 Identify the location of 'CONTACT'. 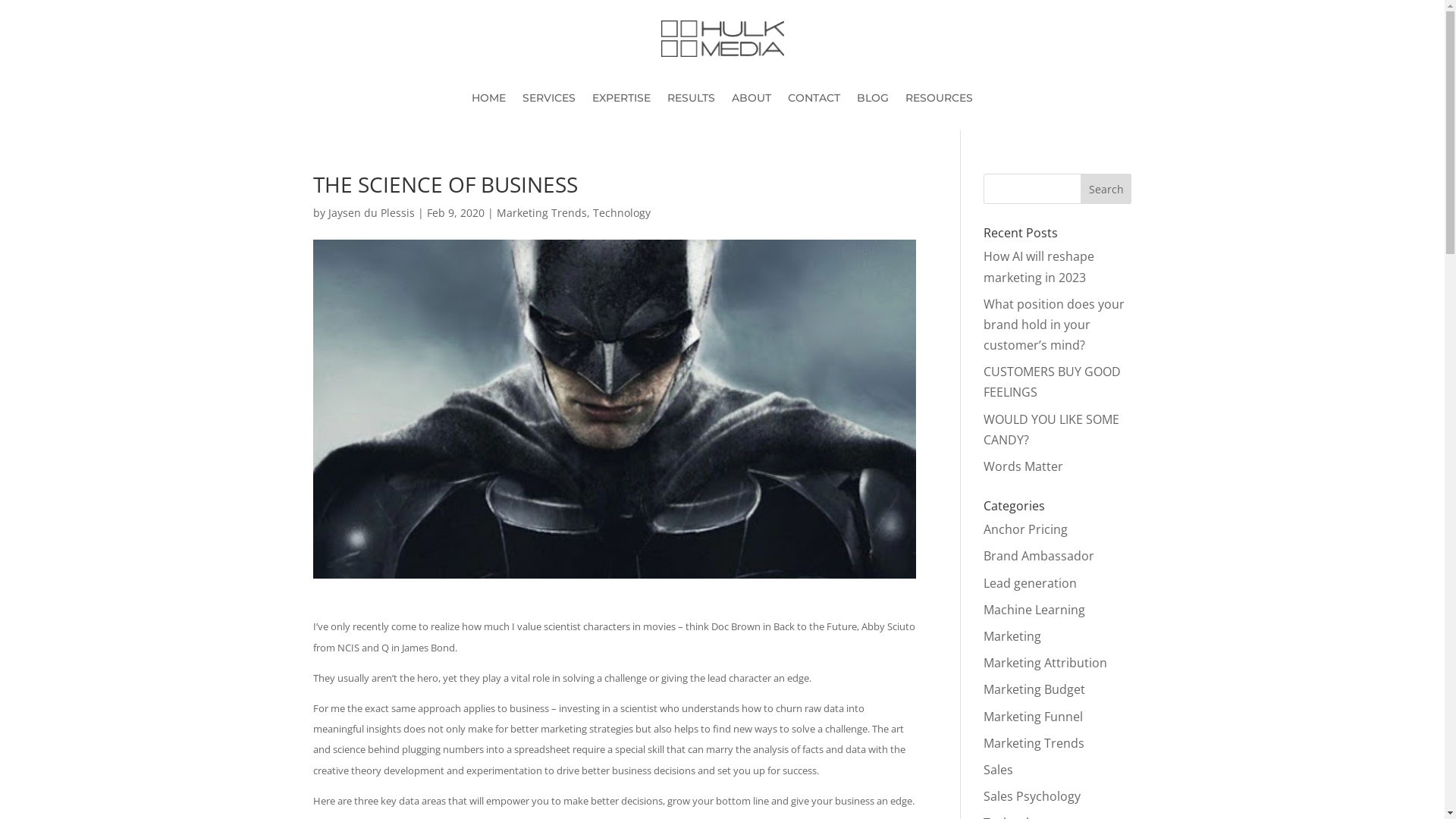
(813, 100).